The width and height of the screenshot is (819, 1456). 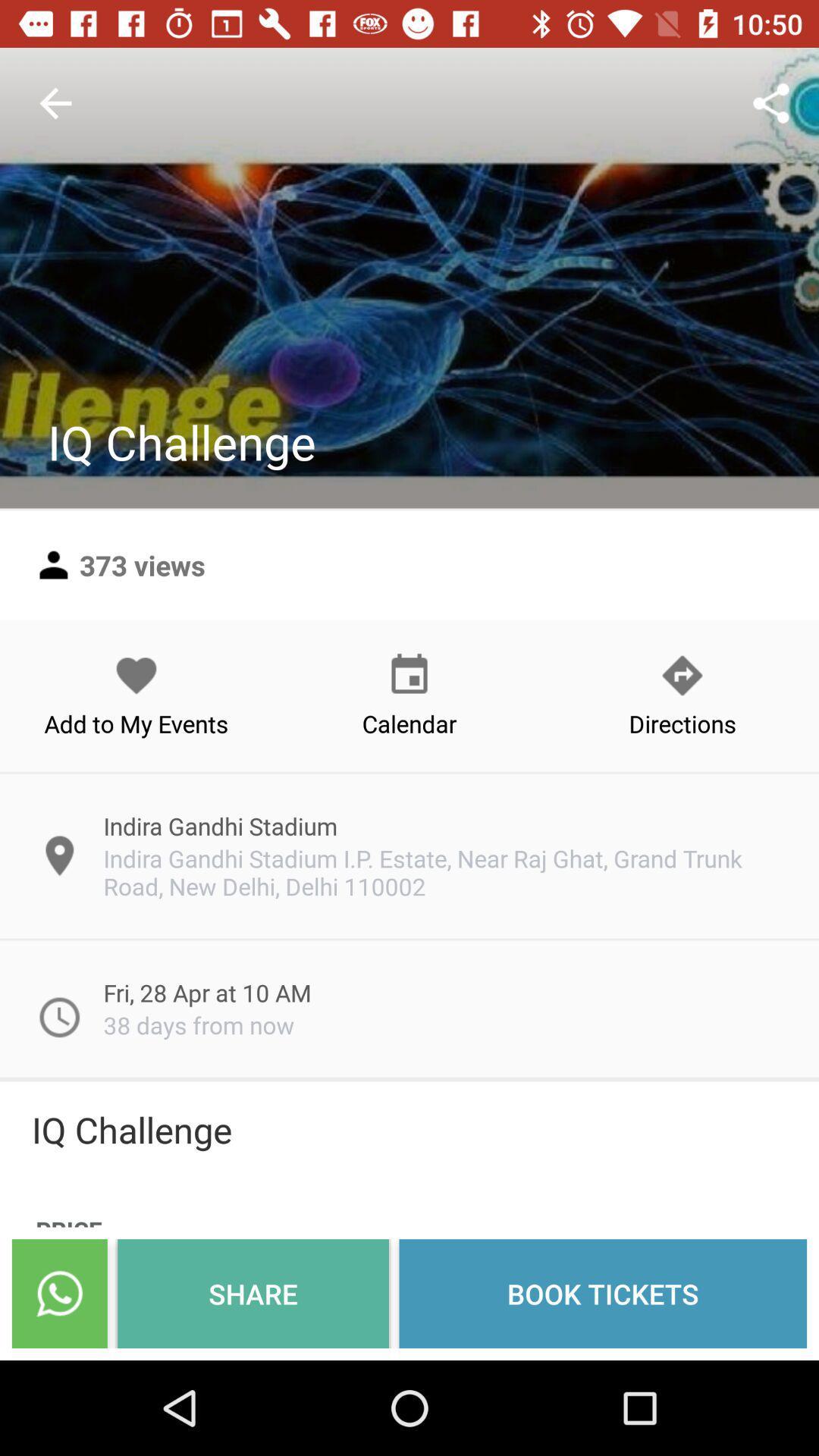 I want to click on the item below iq challenge, so click(x=602, y=1293).